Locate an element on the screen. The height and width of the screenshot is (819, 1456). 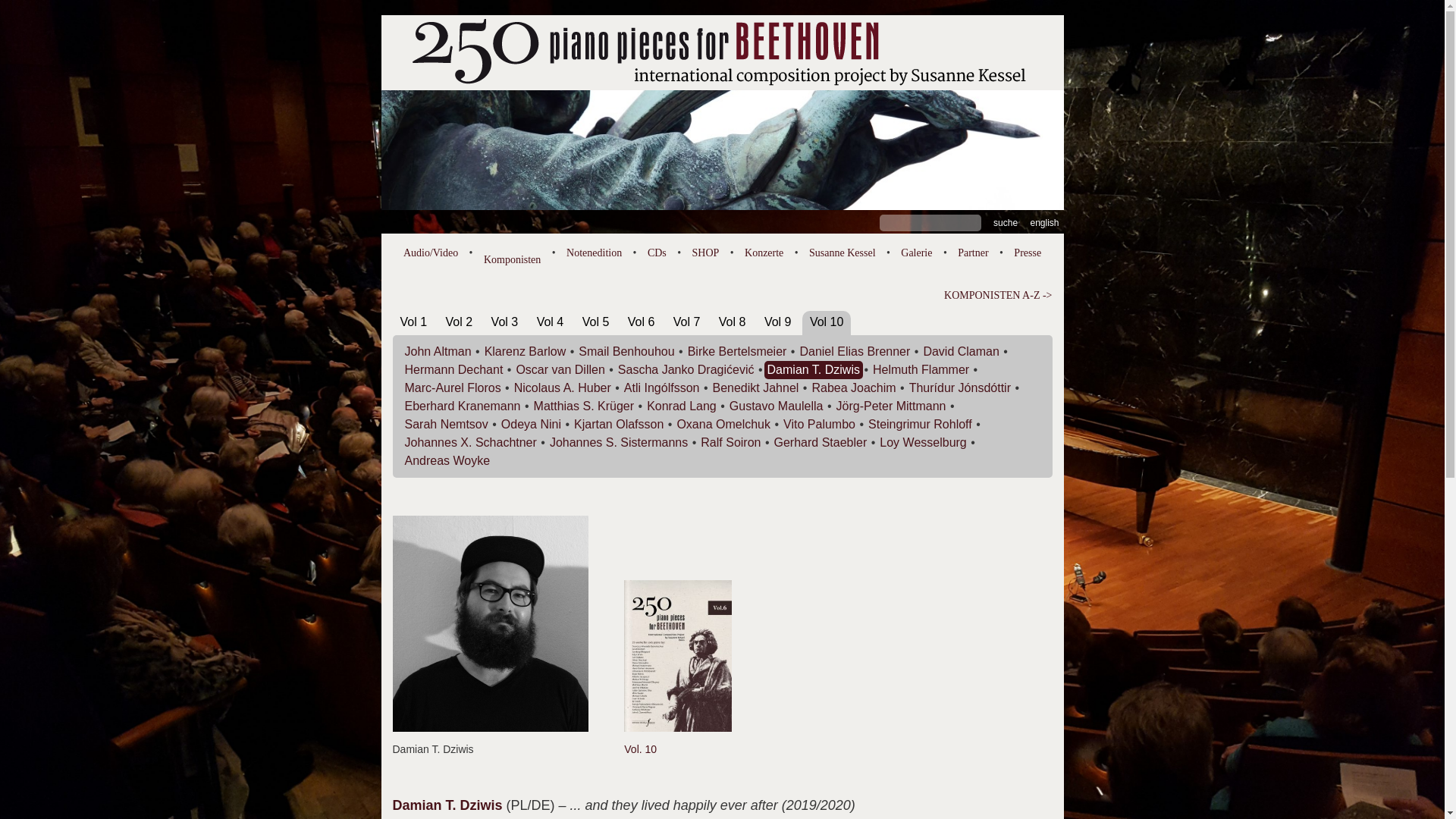
'Kjartan Olafsson' is located at coordinates (619, 424).